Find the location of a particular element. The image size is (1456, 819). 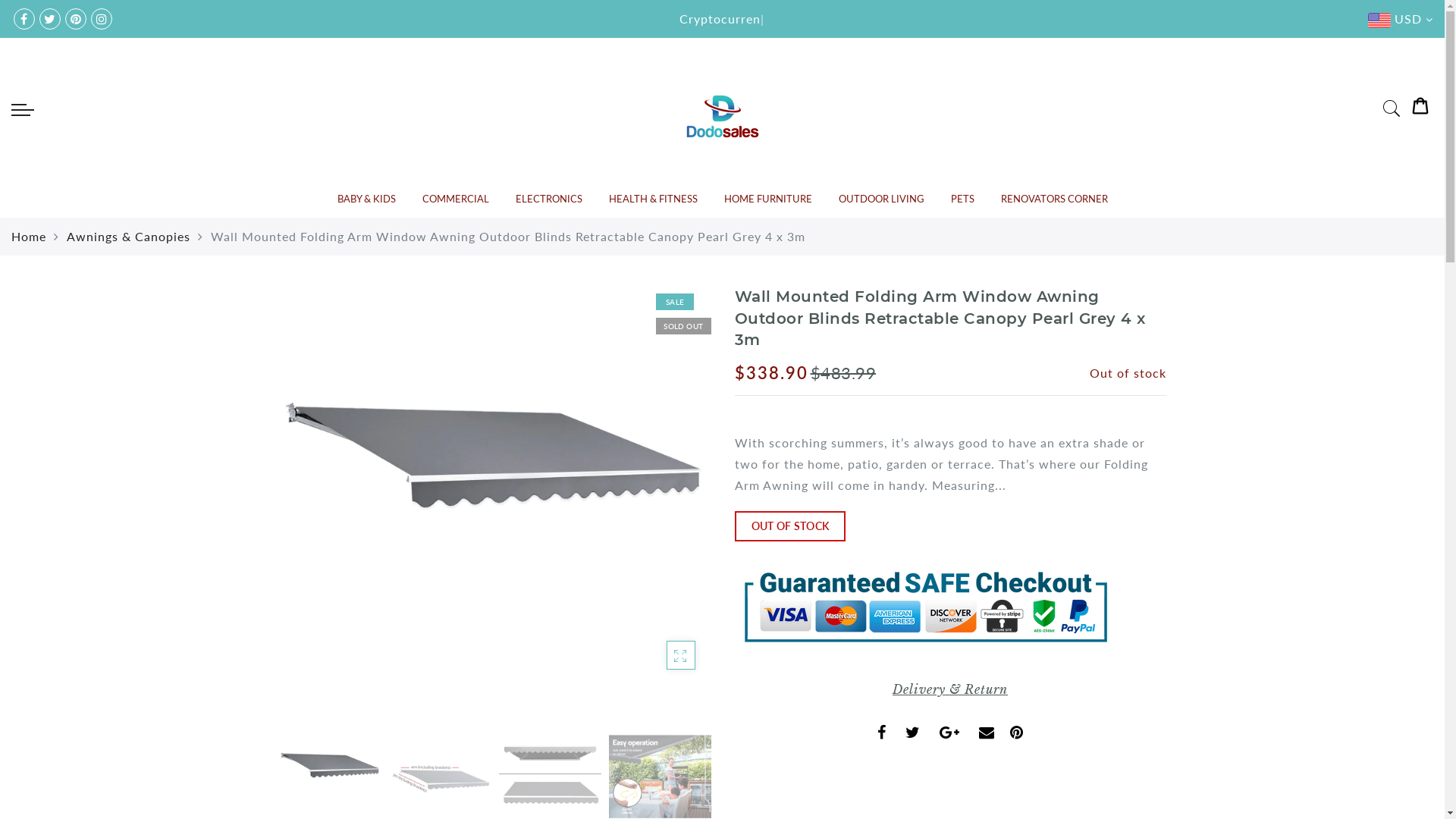

'Home' is located at coordinates (29, 236).